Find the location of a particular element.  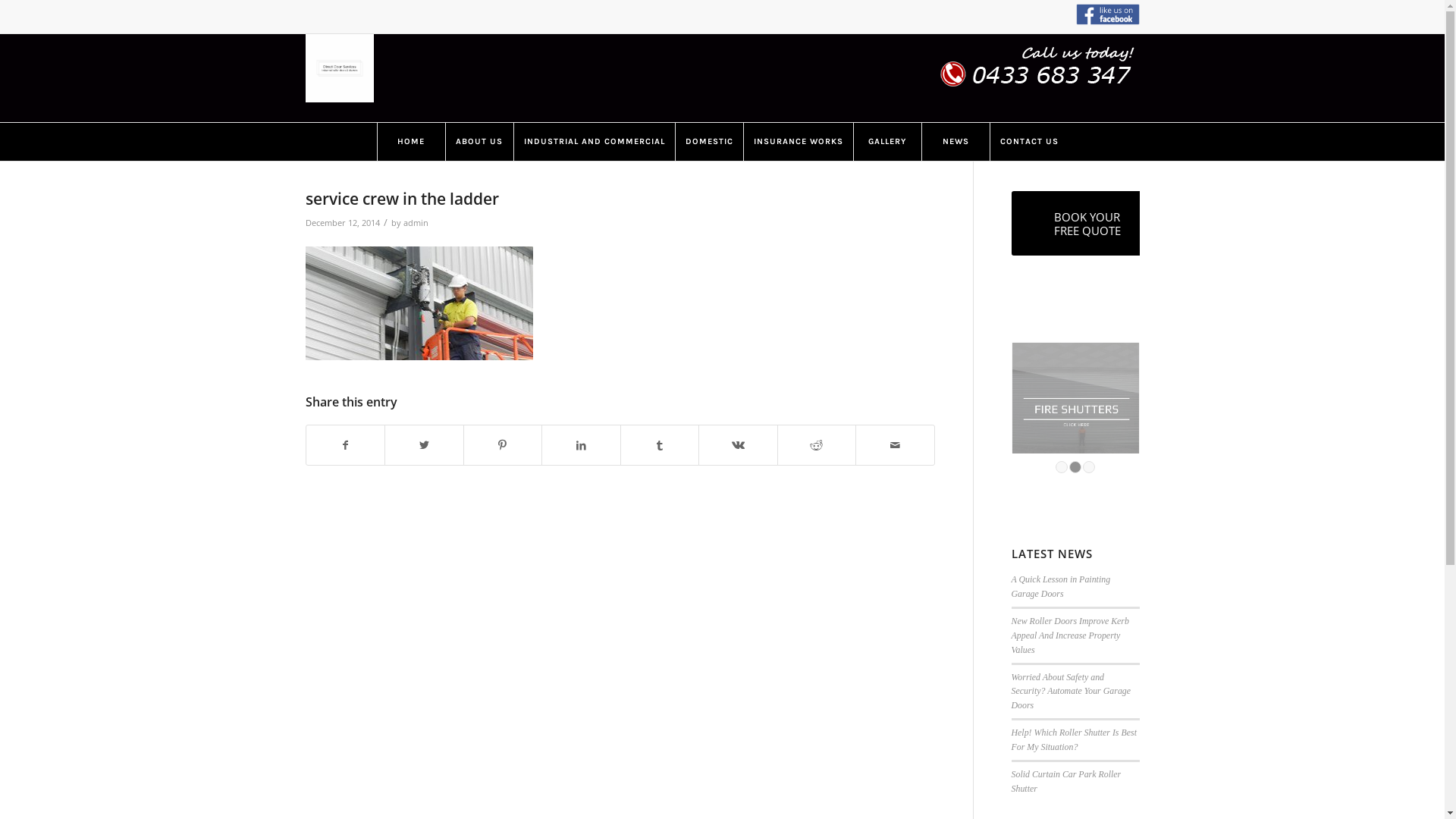

'Solid Curtain Car Park Roller Shutter' is located at coordinates (1065, 781).